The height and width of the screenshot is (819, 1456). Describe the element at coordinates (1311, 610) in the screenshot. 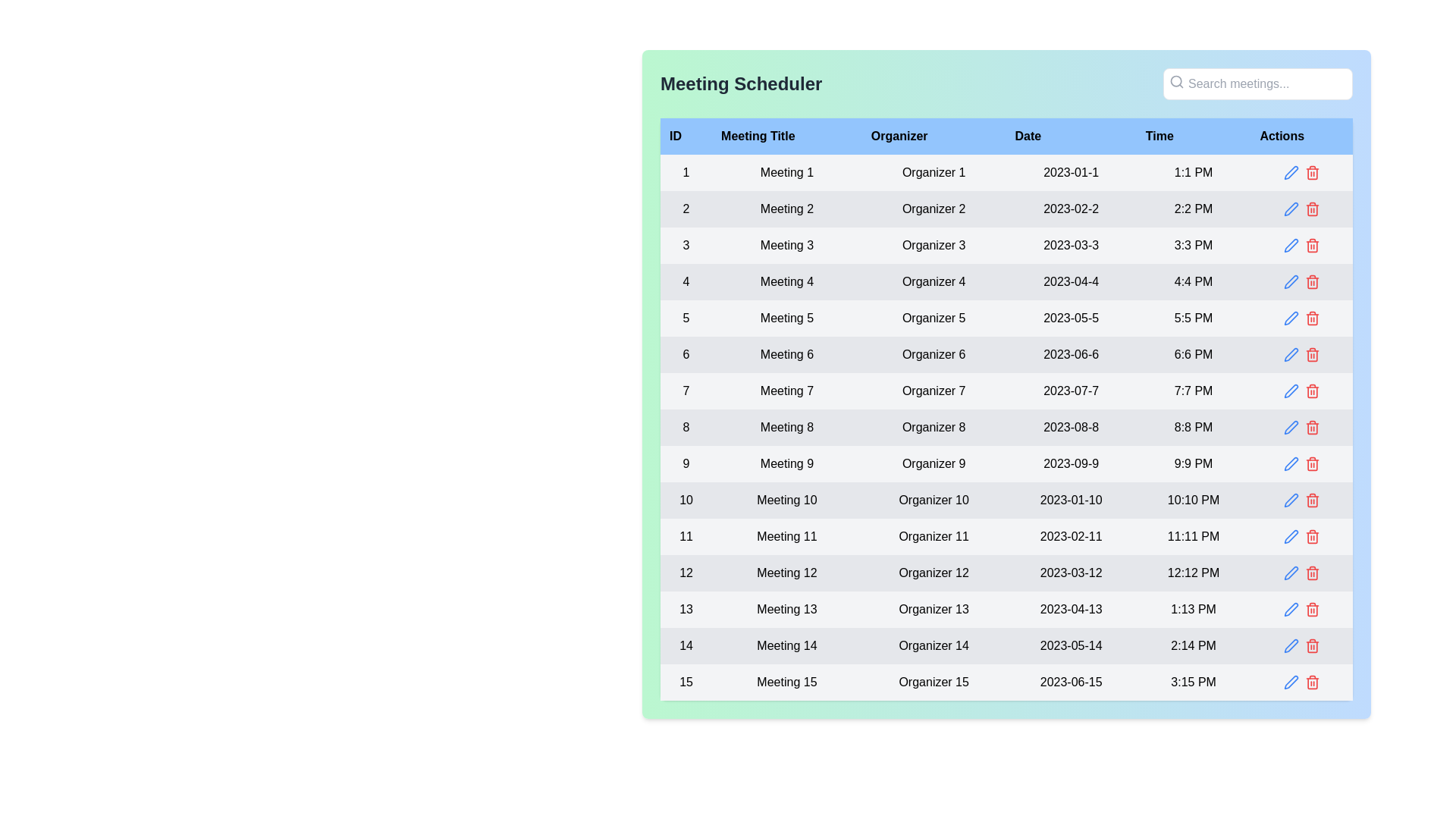

I see `the trash can icon located` at that location.